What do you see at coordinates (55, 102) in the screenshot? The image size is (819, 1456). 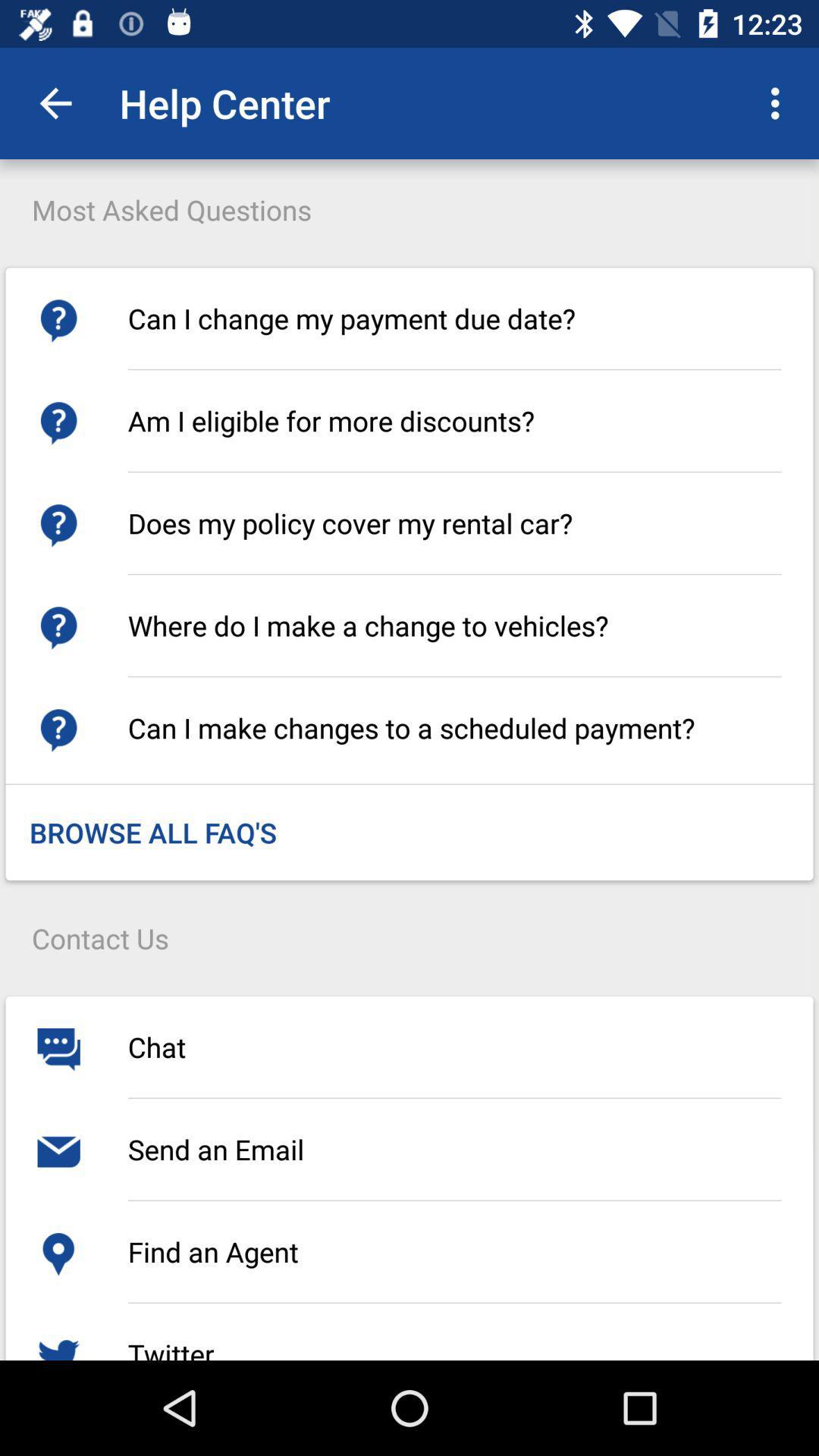 I see `the app to the left of the help center` at bounding box center [55, 102].